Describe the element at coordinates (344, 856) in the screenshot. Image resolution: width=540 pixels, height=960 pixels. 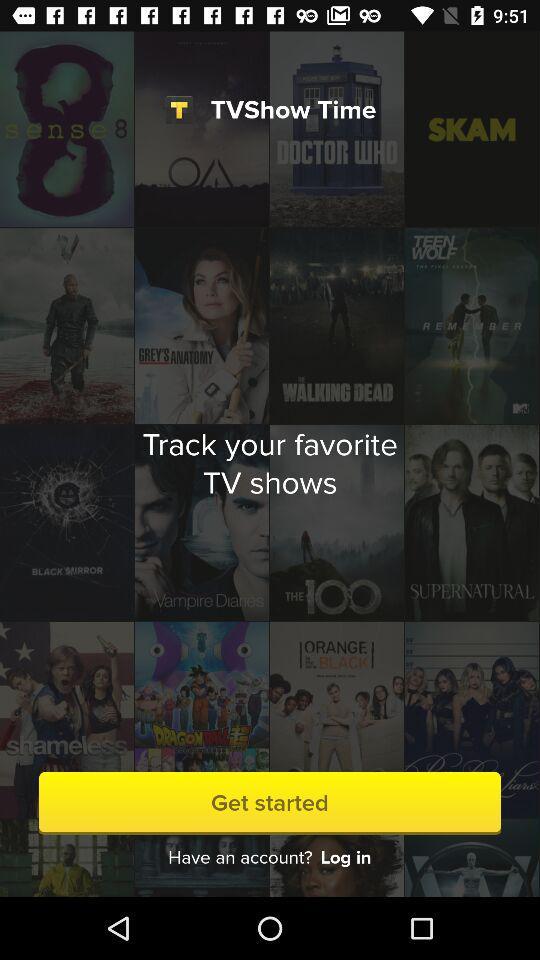
I see `the log in icon` at that location.